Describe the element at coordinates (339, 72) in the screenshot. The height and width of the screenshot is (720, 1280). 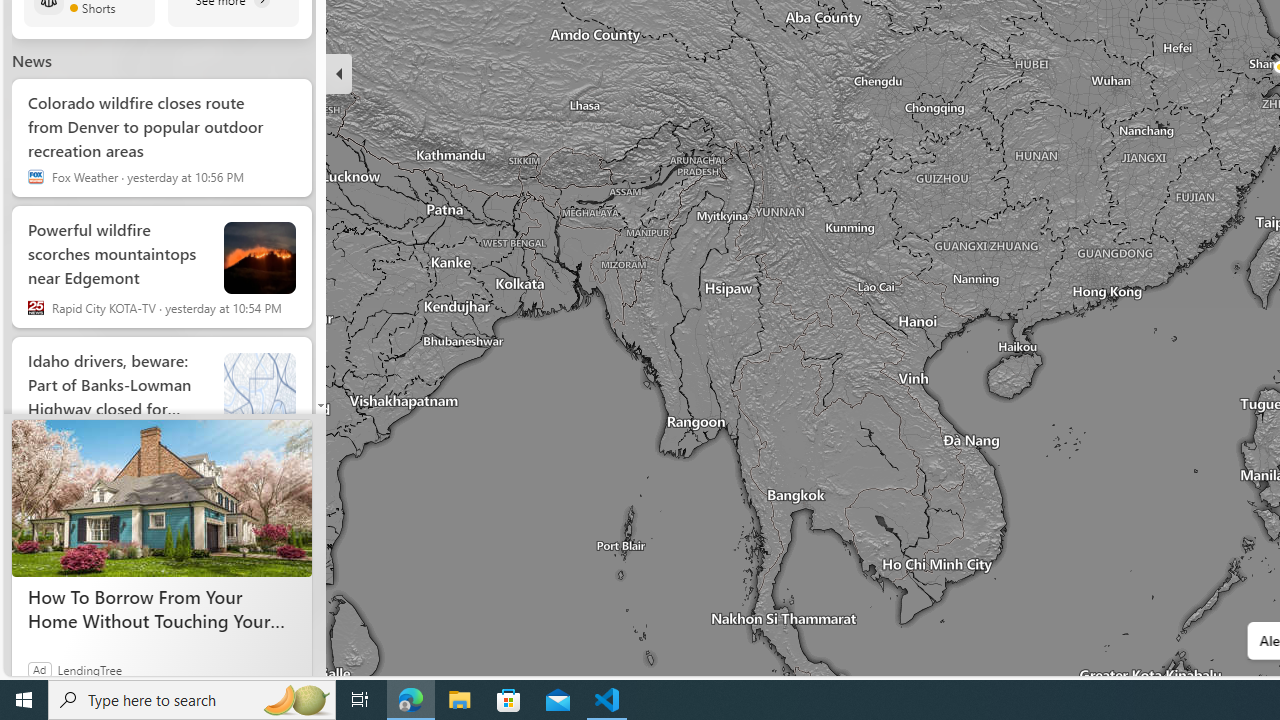
I see `'Hide'` at that location.